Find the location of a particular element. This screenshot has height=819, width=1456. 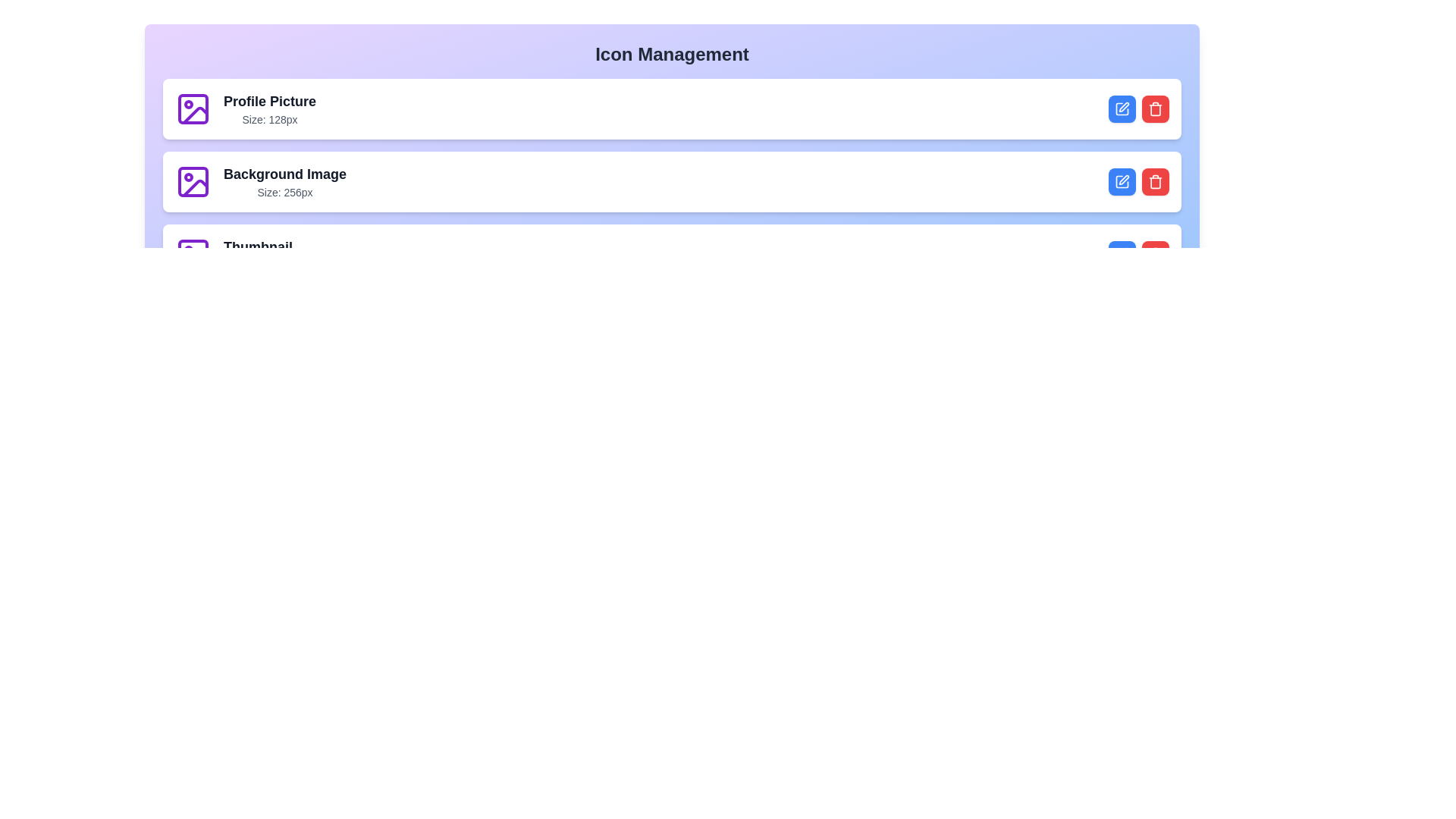

text label that identifies the 'Thumbnail' listing, located in the bottom section of a group of items, specifically above the text 'Size: 64px' is located at coordinates (258, 246).